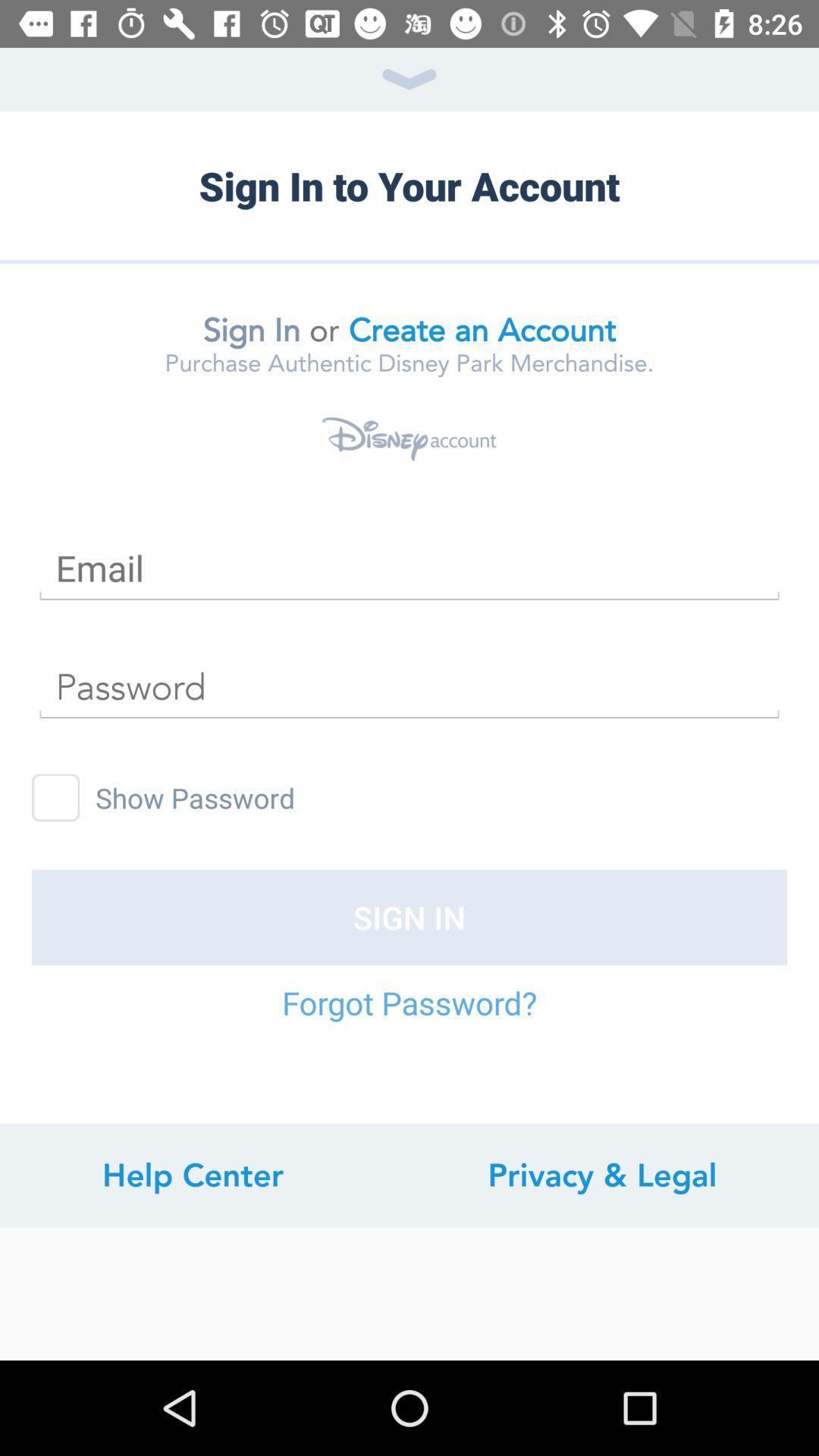 This screenshot has height=1456, width=819. Describe the element at coordinates (409, 567) in the screenshot. I see `email id` at that location.